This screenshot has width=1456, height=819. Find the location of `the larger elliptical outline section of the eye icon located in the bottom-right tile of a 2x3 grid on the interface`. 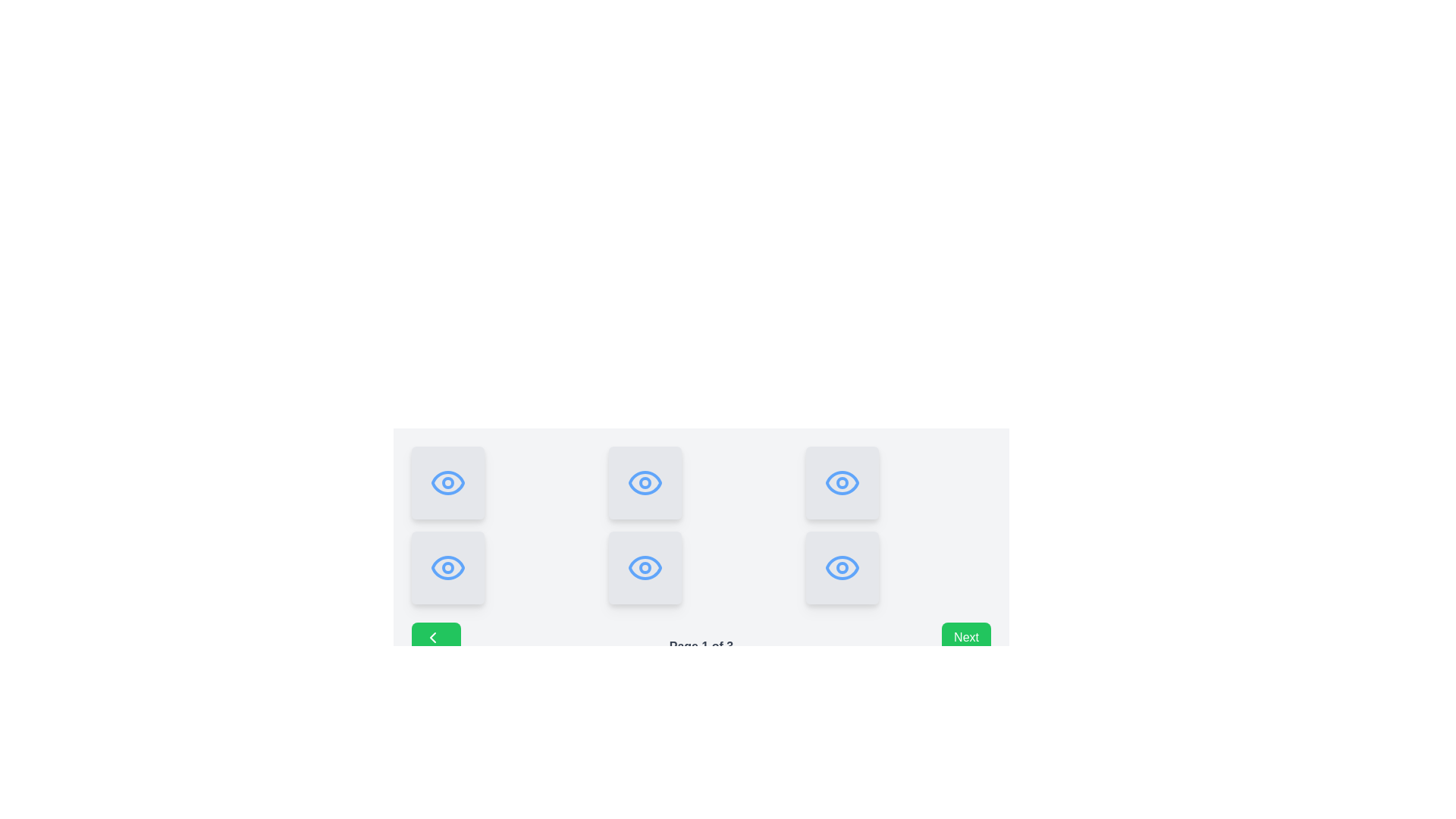

the larger elliptical outline section of the eye icon located in the bottom-right tile of a 2x3 grid on the interface is located at coordinates (841, 567).